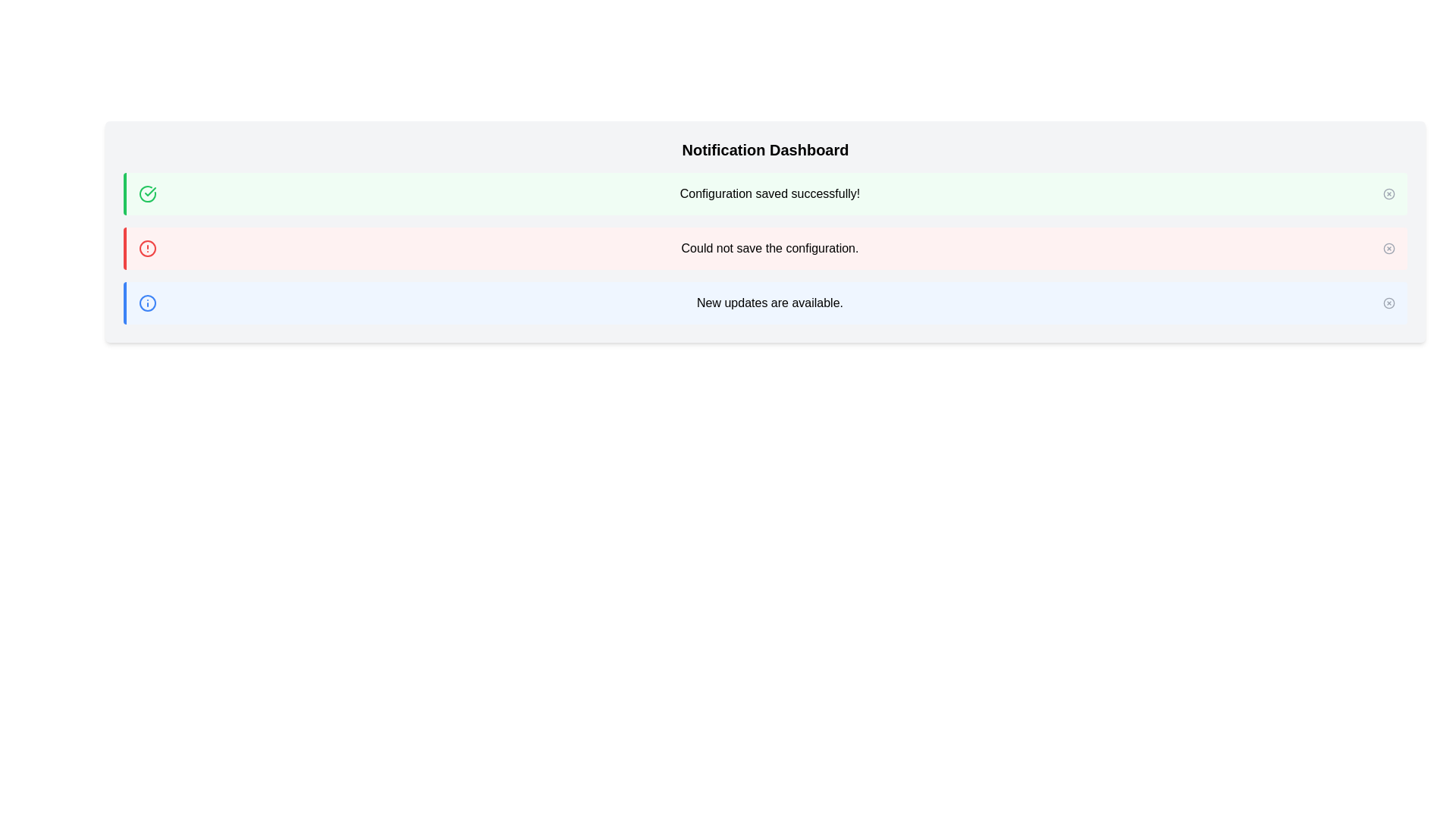 This screenshot has height=819, width=1456. Describe the element at coordinates (148, 247) in the screenshot. I see `the alert icon located on the left side of the notification bar, next to the alert message 'Could not save the configuration.'` at that location.